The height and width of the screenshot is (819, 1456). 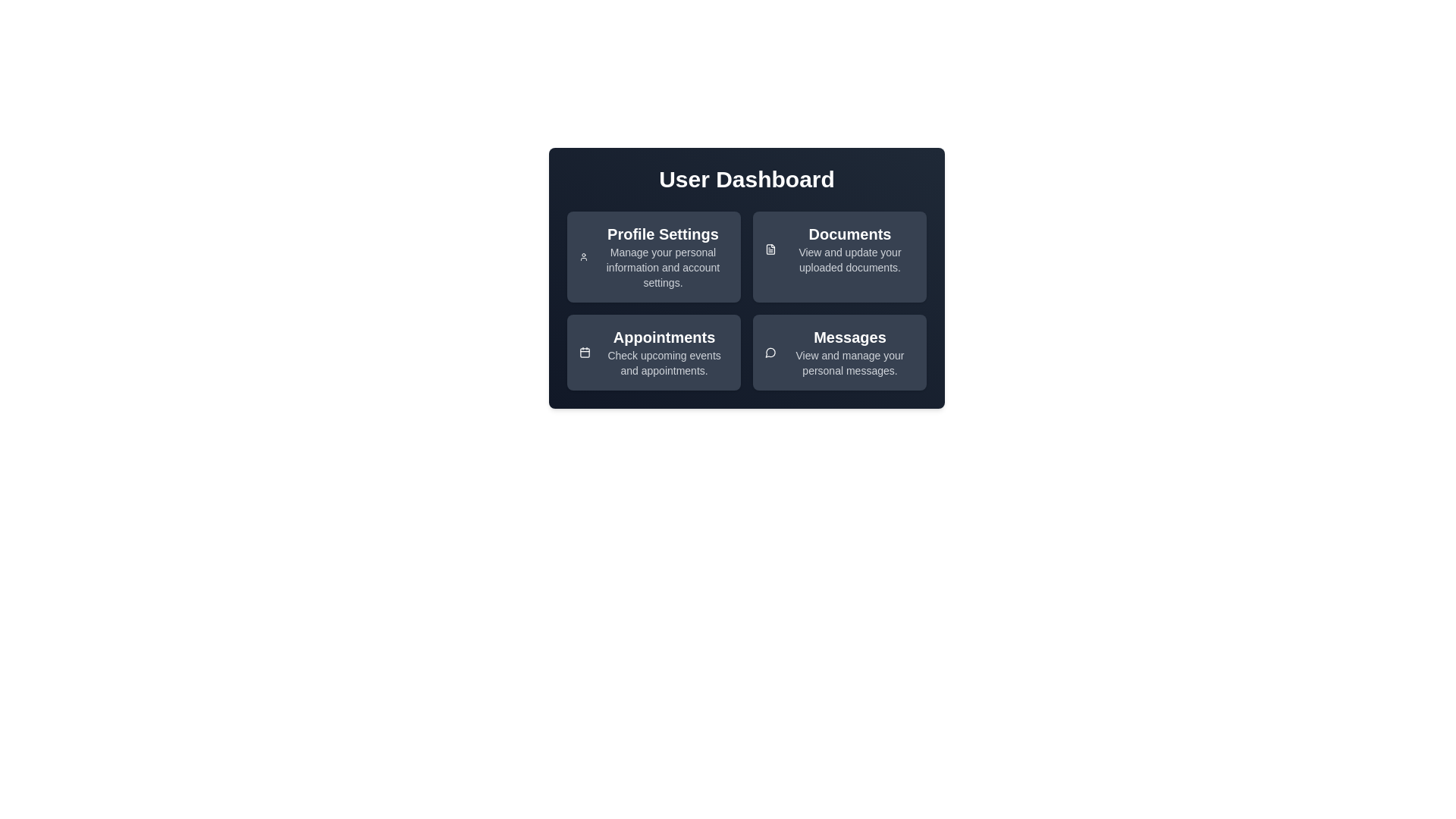 I want to click on the icon of the Messages card, so click(x=770, y=353).